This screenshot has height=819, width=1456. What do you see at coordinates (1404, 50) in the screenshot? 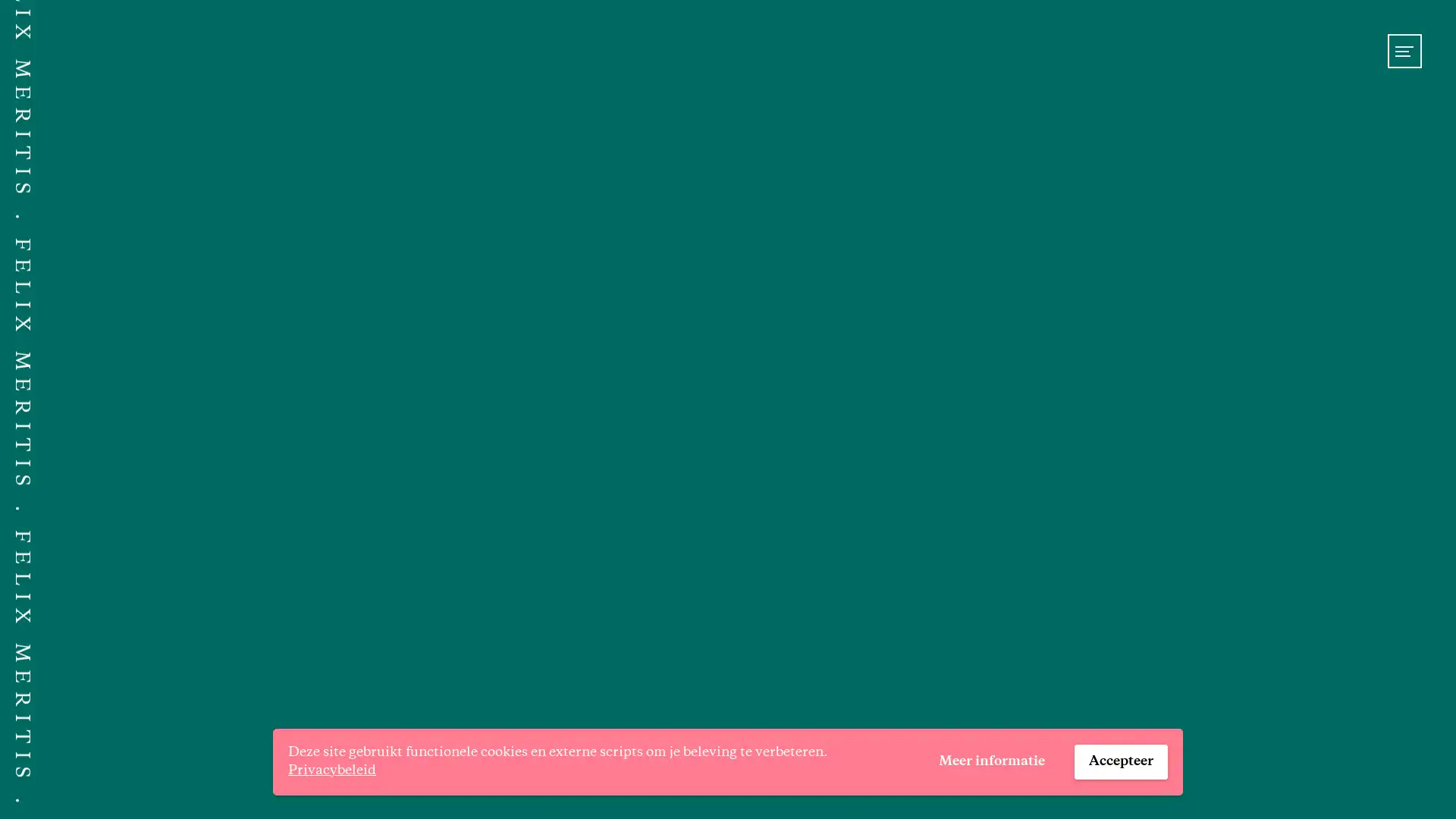
I see `Toon/verberg menu` at bounding box center [1404, 50].